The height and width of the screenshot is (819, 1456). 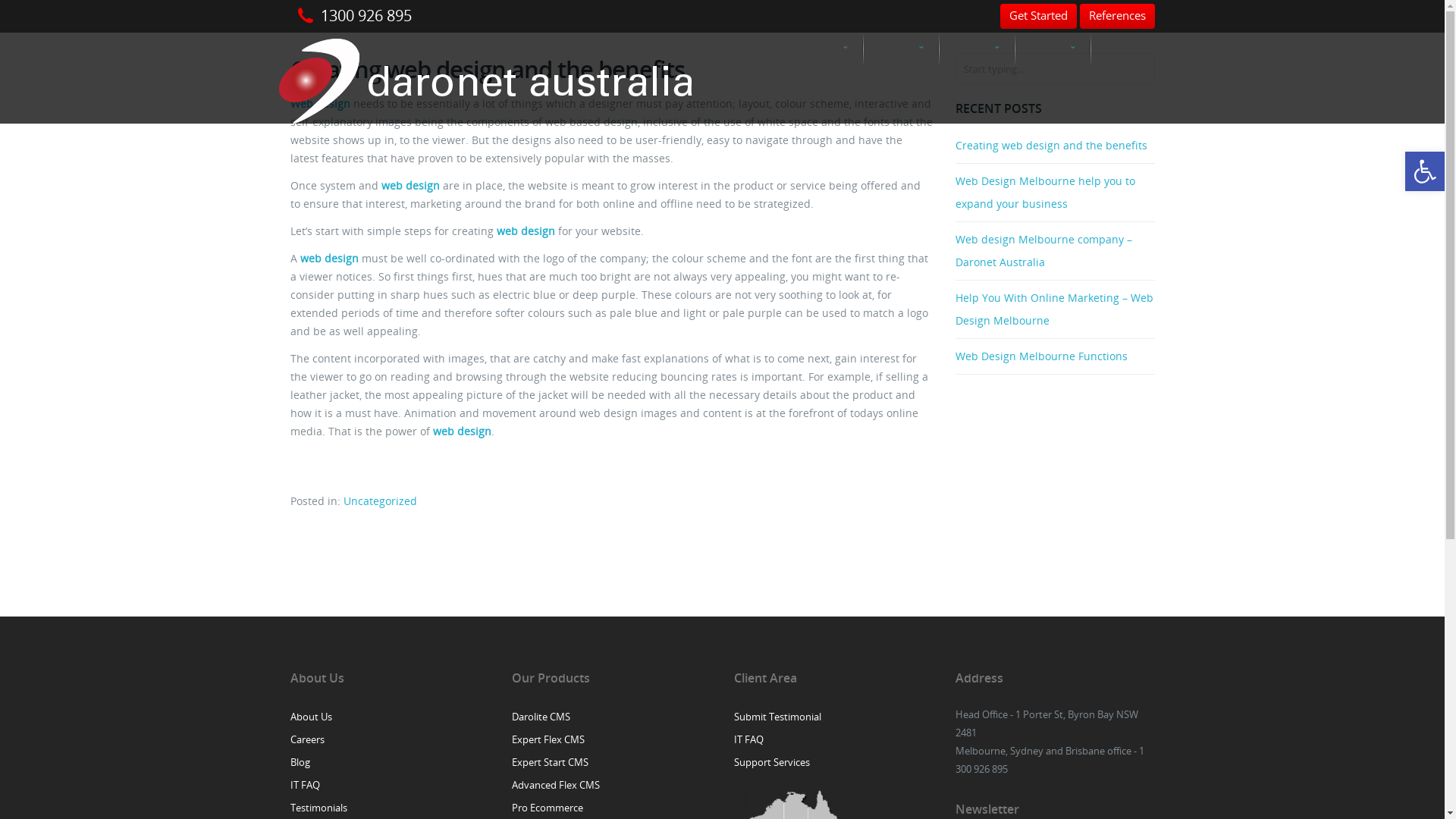 What do you see at coordinates (900, 49) in the screenshot?
I see `'Web Solutions'` at bounding box center [900, 49].